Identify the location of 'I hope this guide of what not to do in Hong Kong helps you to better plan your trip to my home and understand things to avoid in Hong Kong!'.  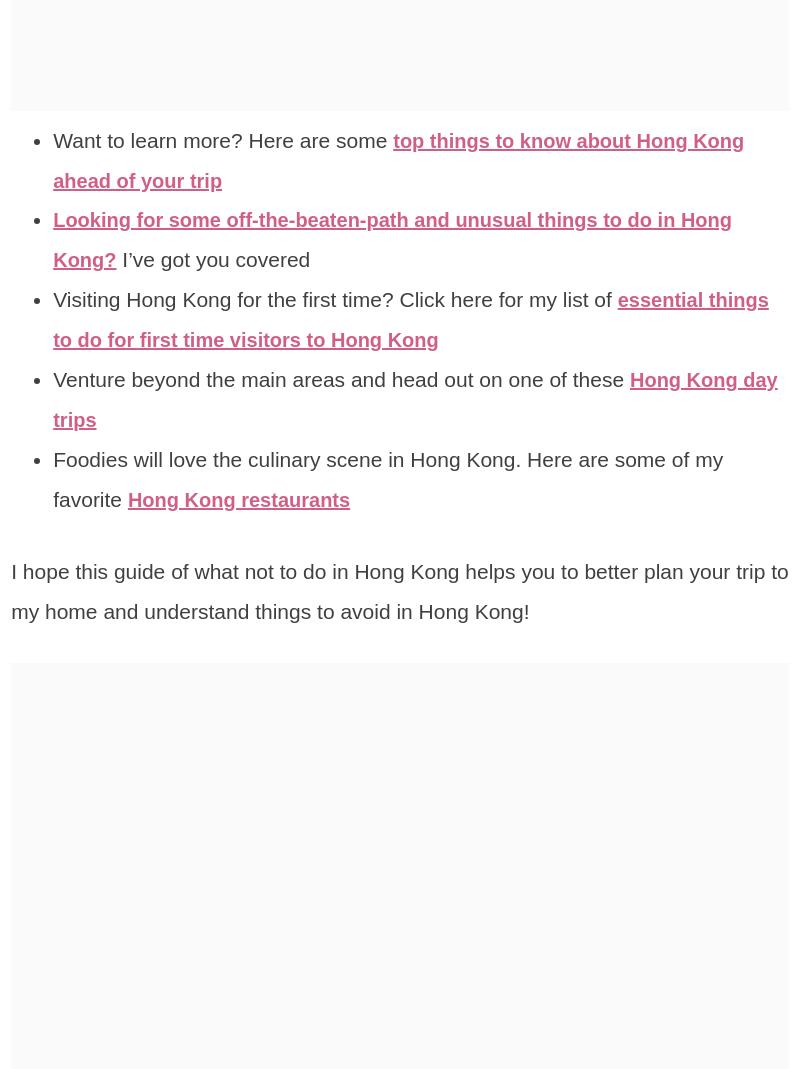
(11, 590).